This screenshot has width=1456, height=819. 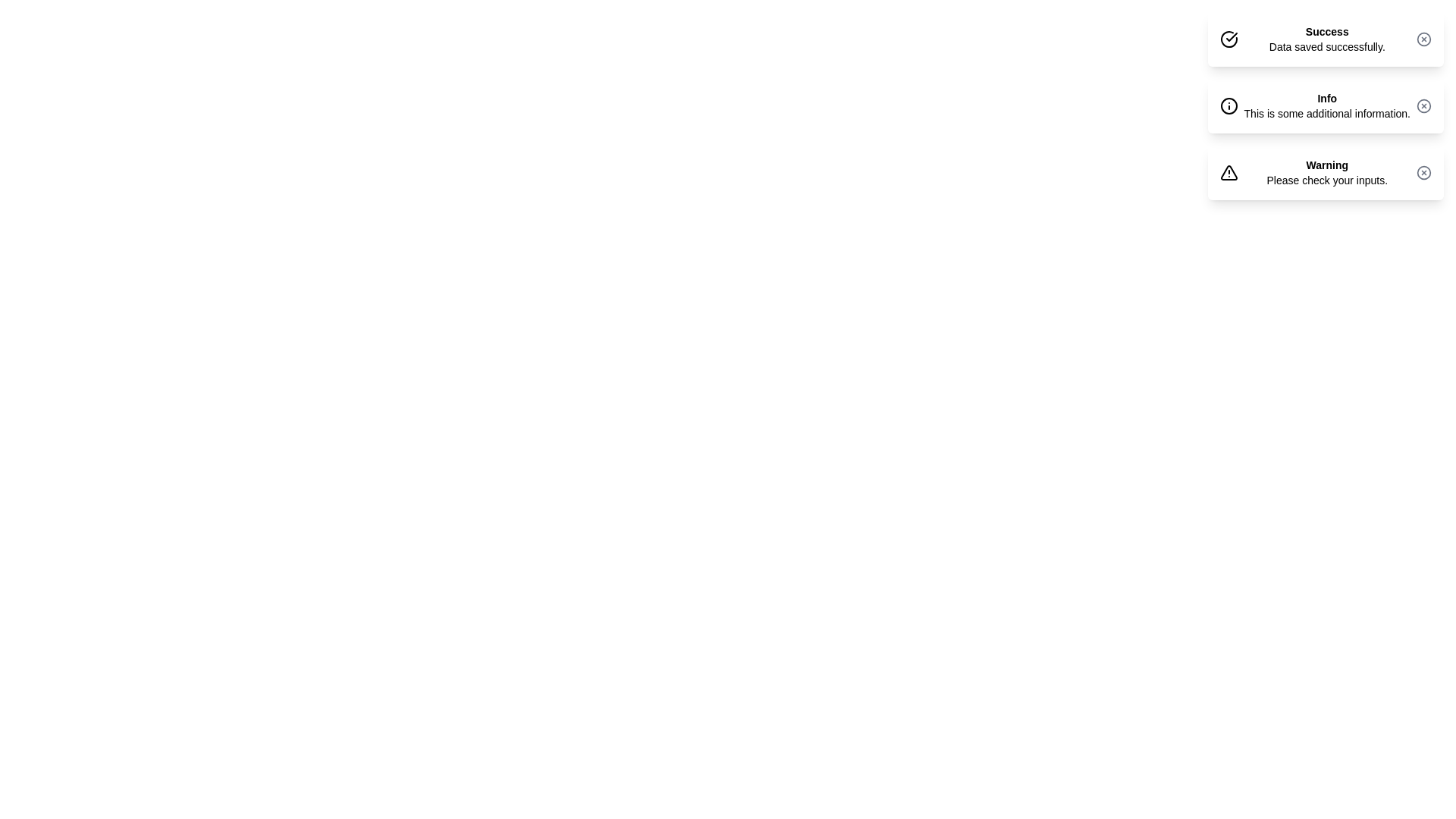 What do you see at coordinates (1326, 32) in the screenshot?
I see `the static text displaying 'Success' at the top of the notification box` at bounding box center [1326, 32].